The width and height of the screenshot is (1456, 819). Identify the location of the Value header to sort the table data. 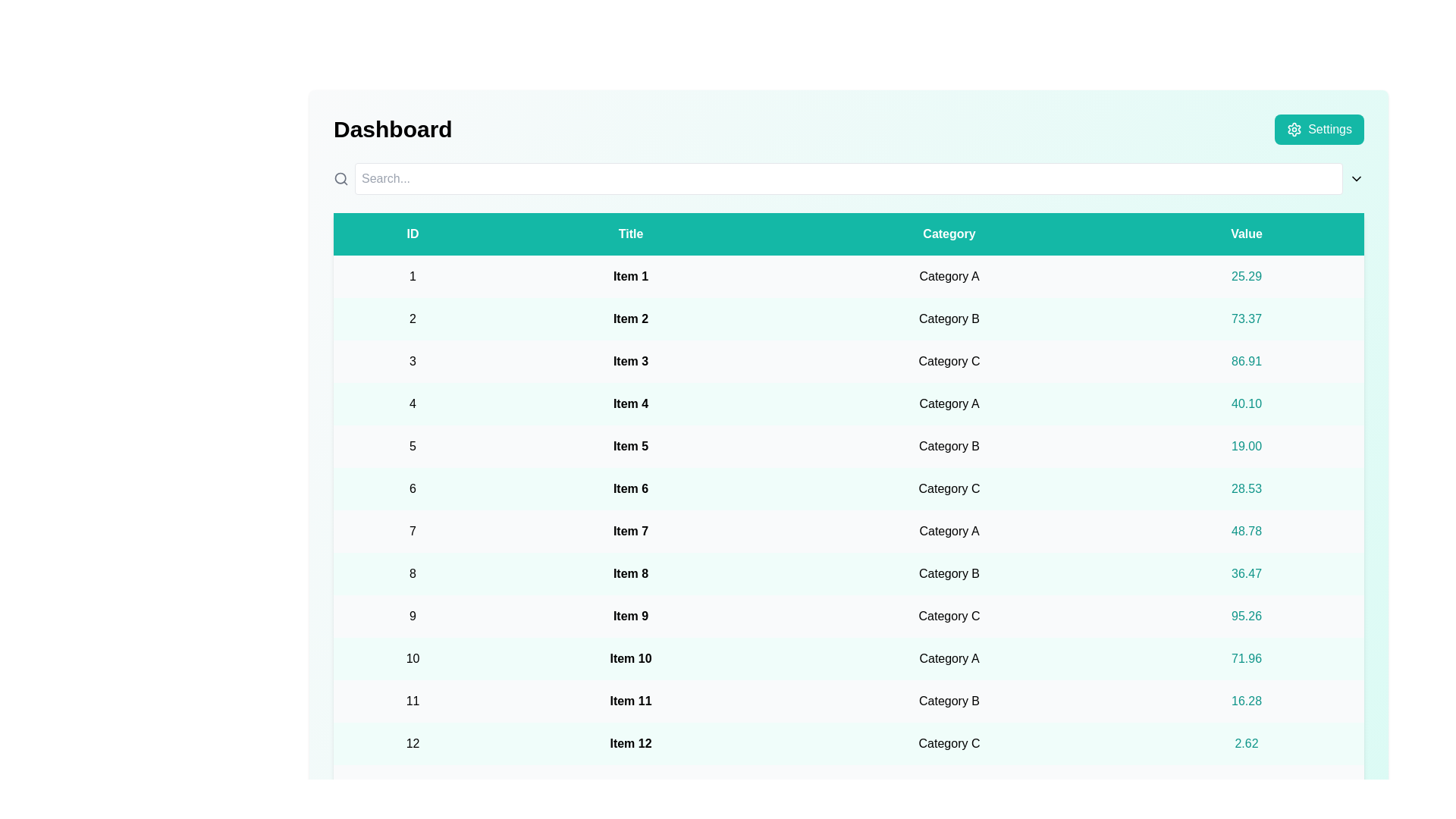
(1247, 234).